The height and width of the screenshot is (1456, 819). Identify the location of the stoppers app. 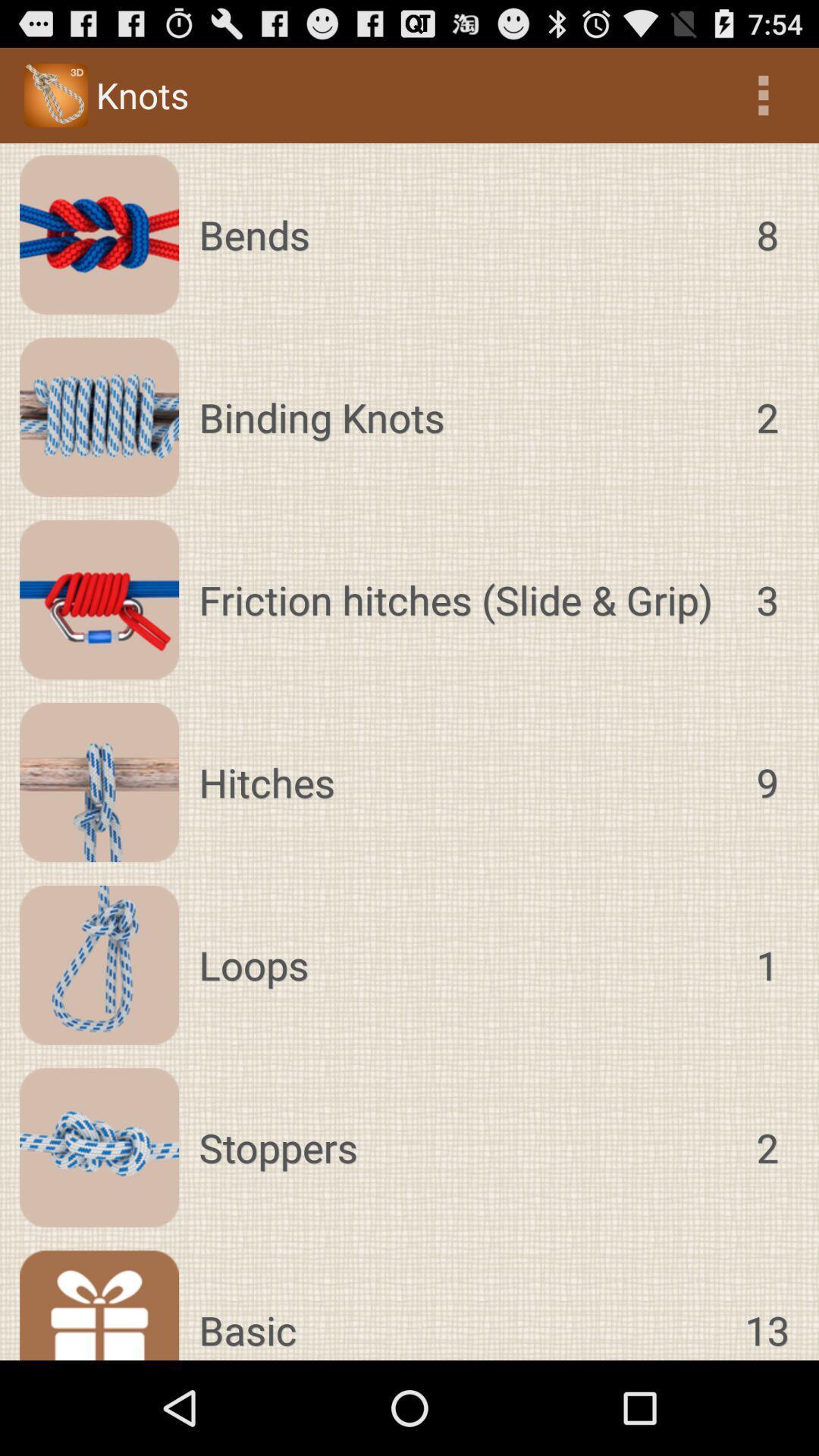
(462, 1147).